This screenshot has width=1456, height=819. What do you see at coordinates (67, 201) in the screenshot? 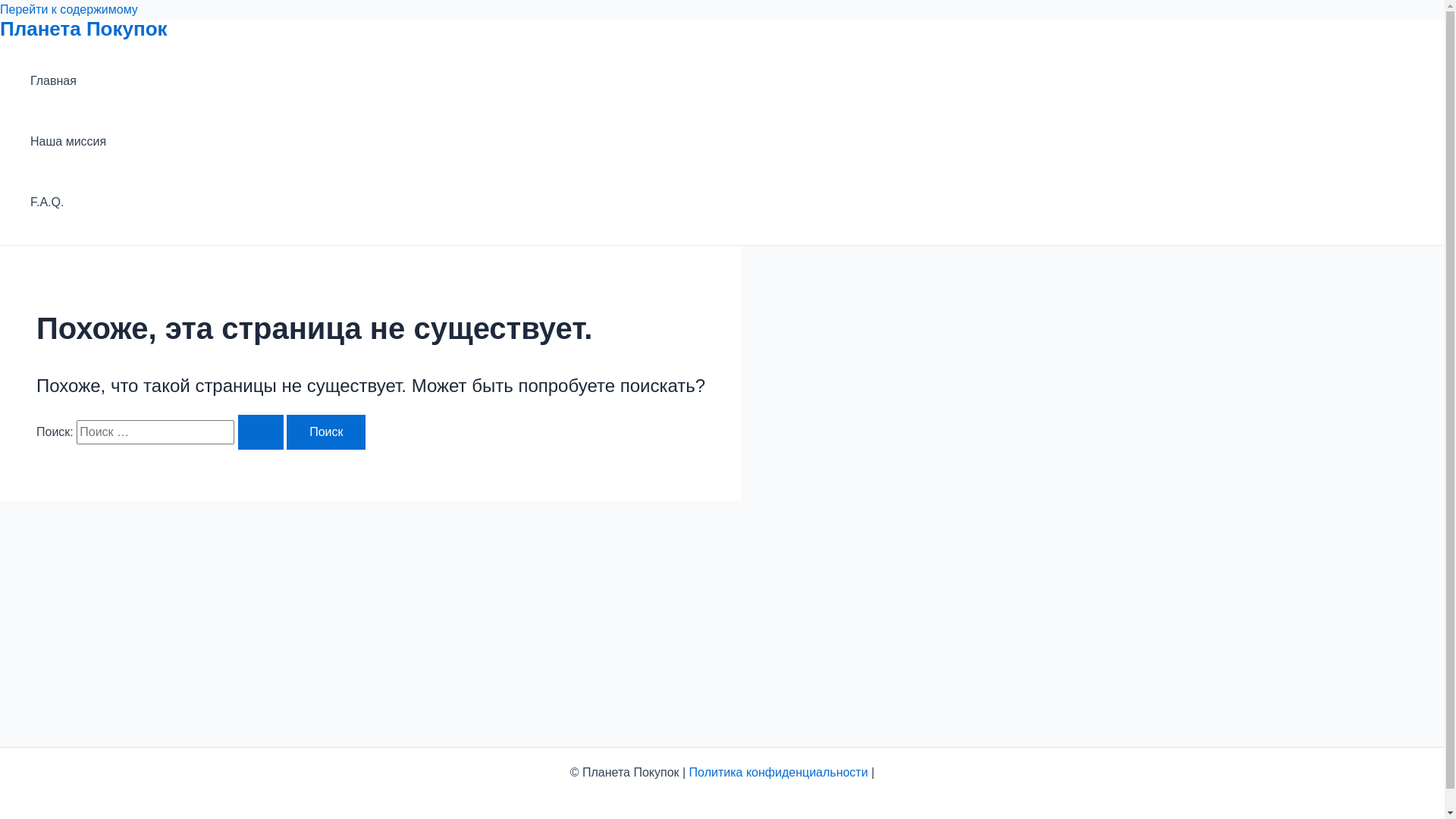
I see `'F.A.Q.'` at bounding box center [67, 201].